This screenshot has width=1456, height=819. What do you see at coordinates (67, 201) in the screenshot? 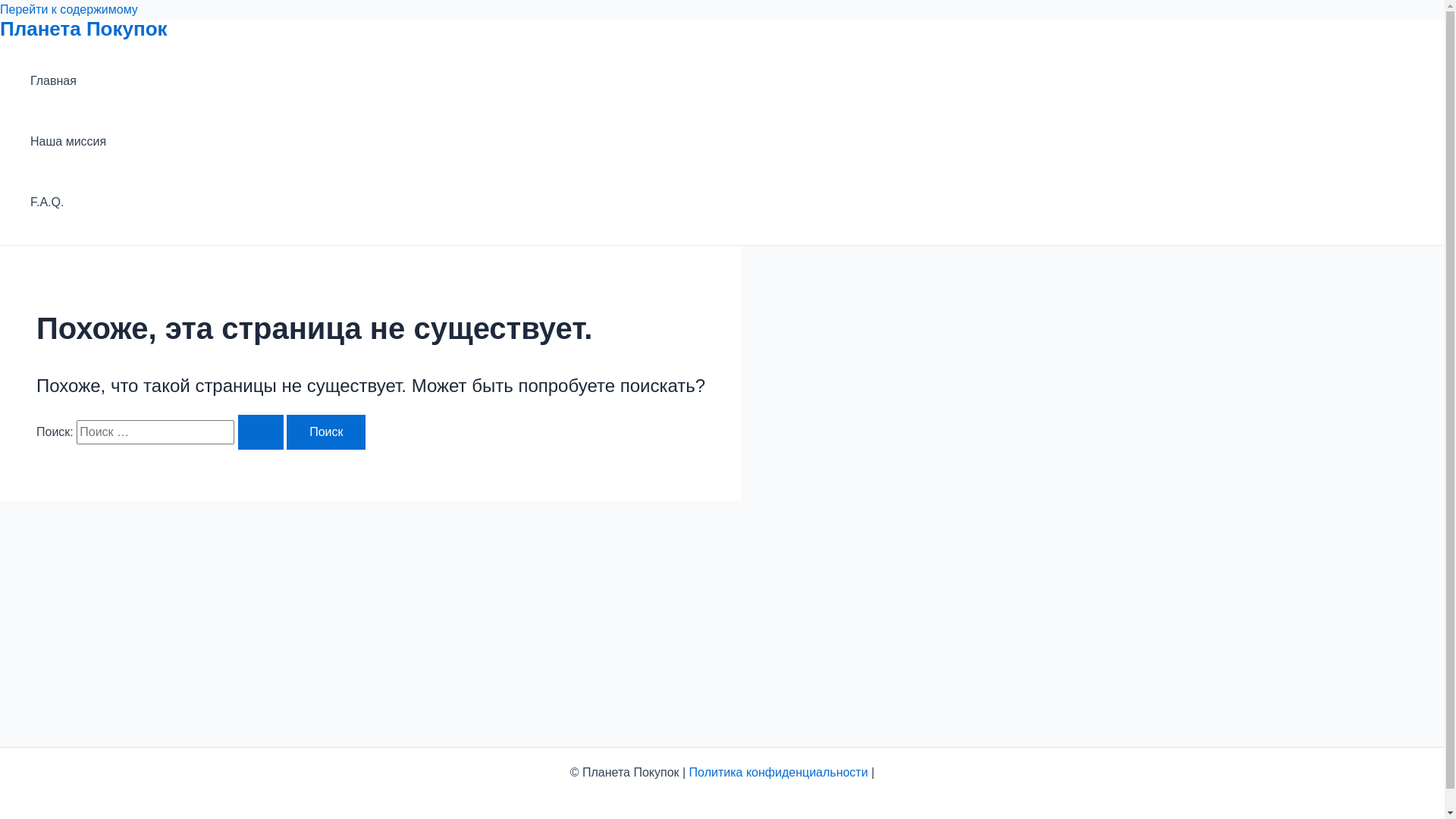
I see `'F.A.Q.'` at bounding box center [67, 201].